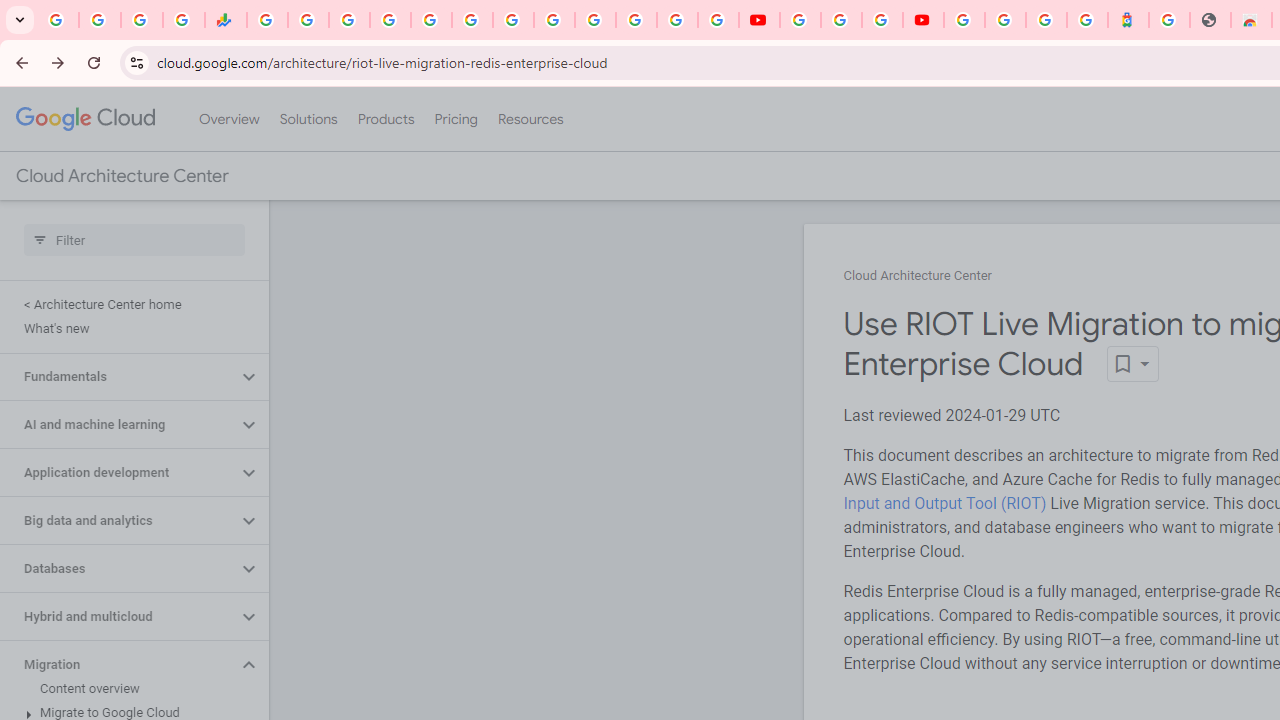  I want to click on 'Solutions', so click(307, 119).